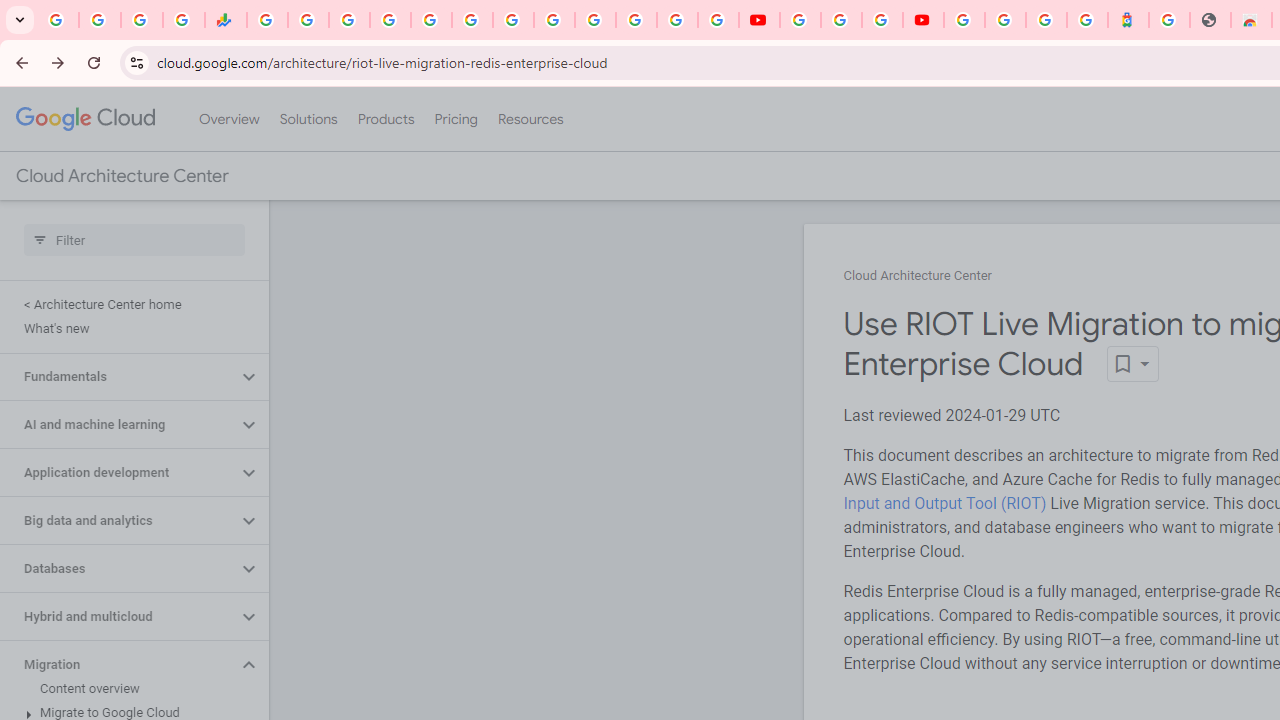  I want to click on 'Solutions', so click(307, 119).